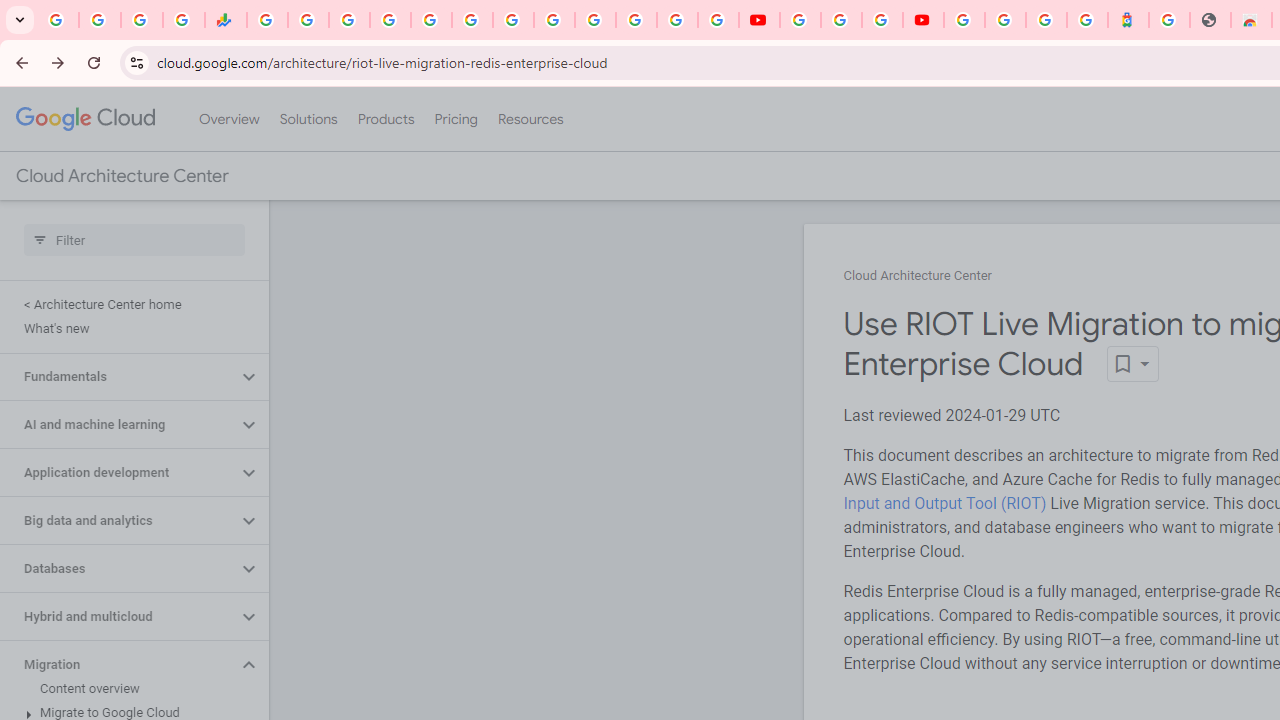  I want to click on 'Solutions', so click(307, 119).